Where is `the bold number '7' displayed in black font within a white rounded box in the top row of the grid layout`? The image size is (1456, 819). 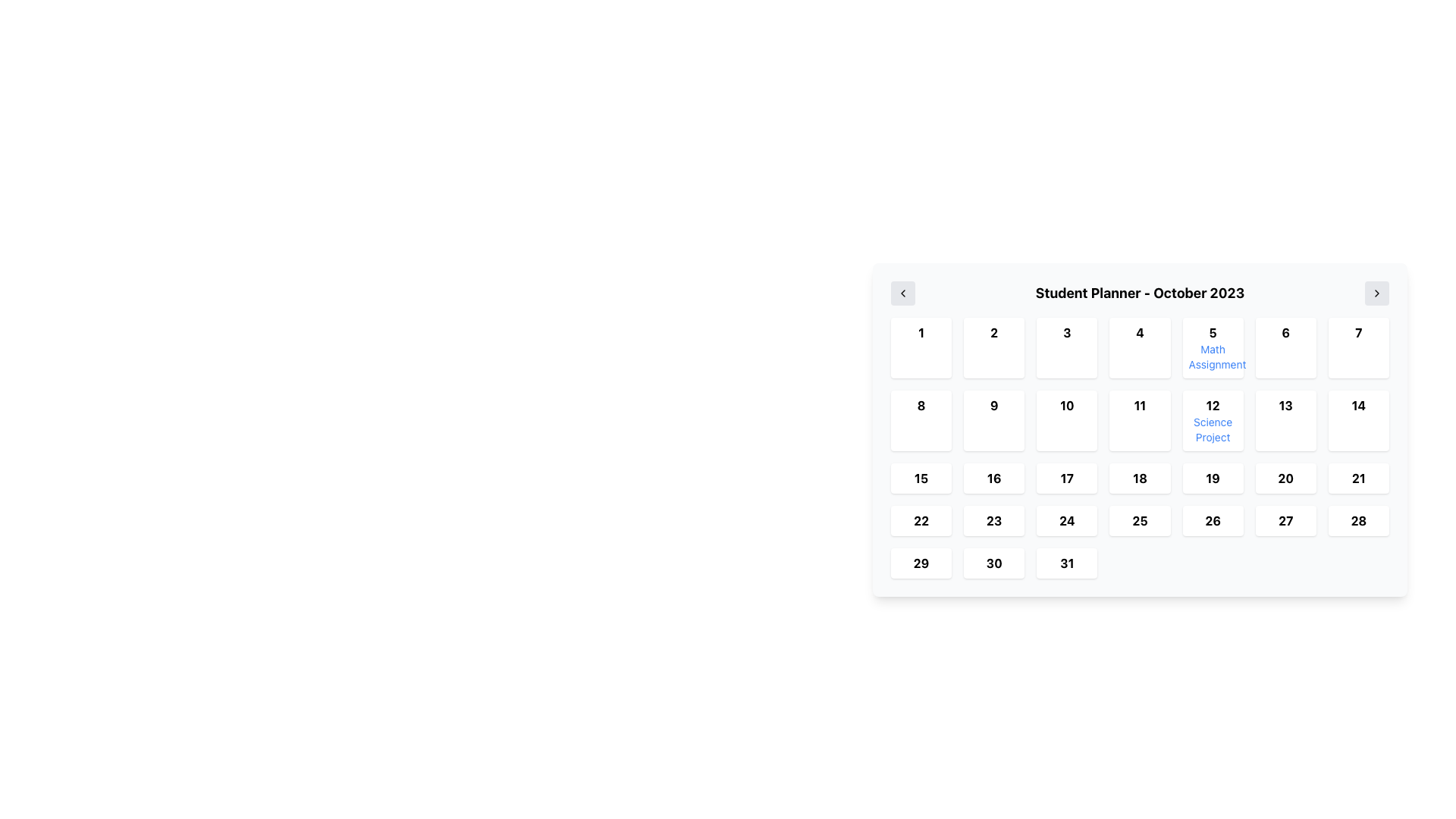
the bold number '7' displayed in black font within a white rounded box in the top row of the grid layout is located at coordinates (1358, 332).